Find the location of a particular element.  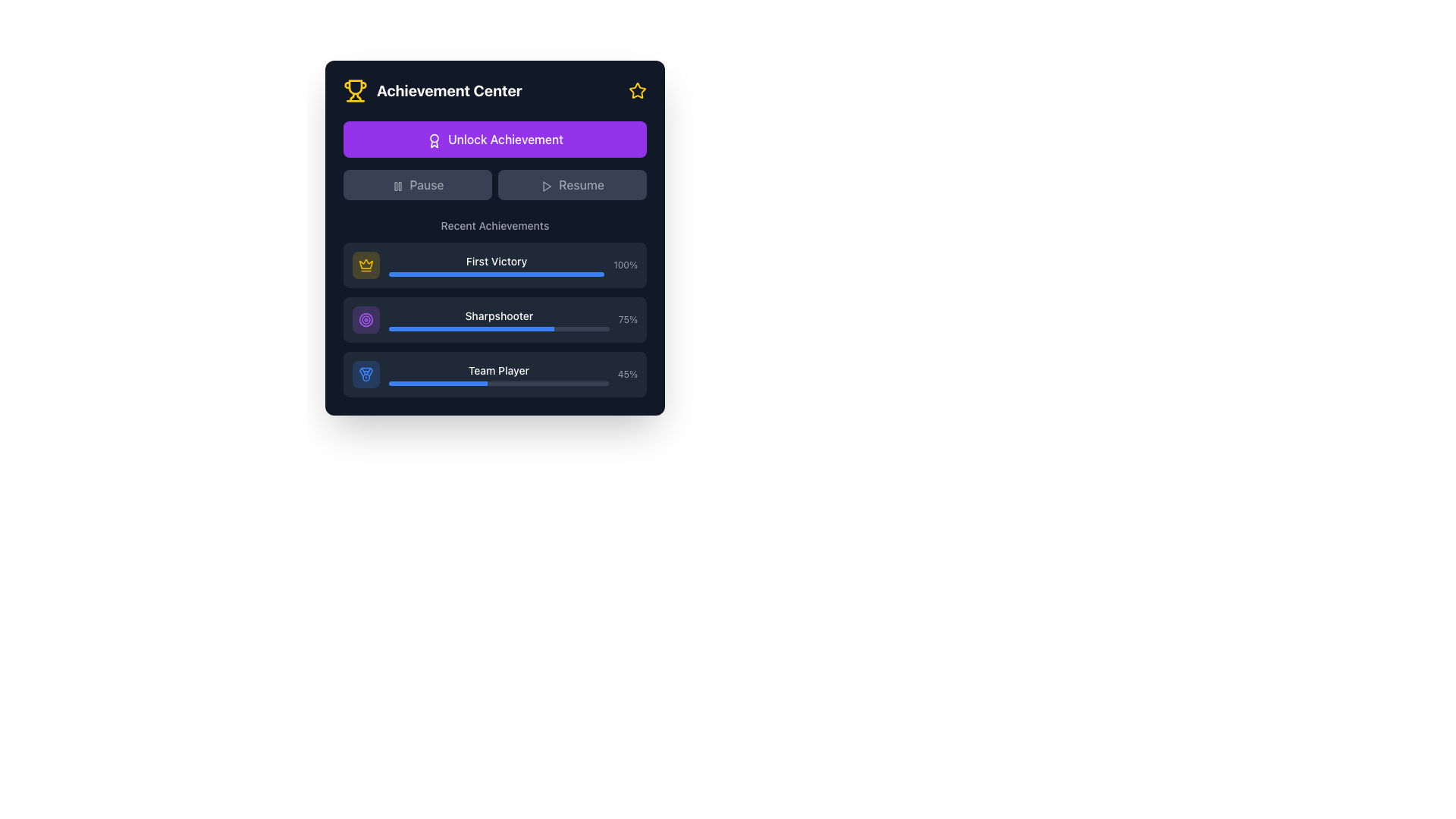

the text label reading 'First Victory' which is styled with white text on a dark background and is located near the top section of the 'Recent Achievements' list is located at coordinates (497, 260).